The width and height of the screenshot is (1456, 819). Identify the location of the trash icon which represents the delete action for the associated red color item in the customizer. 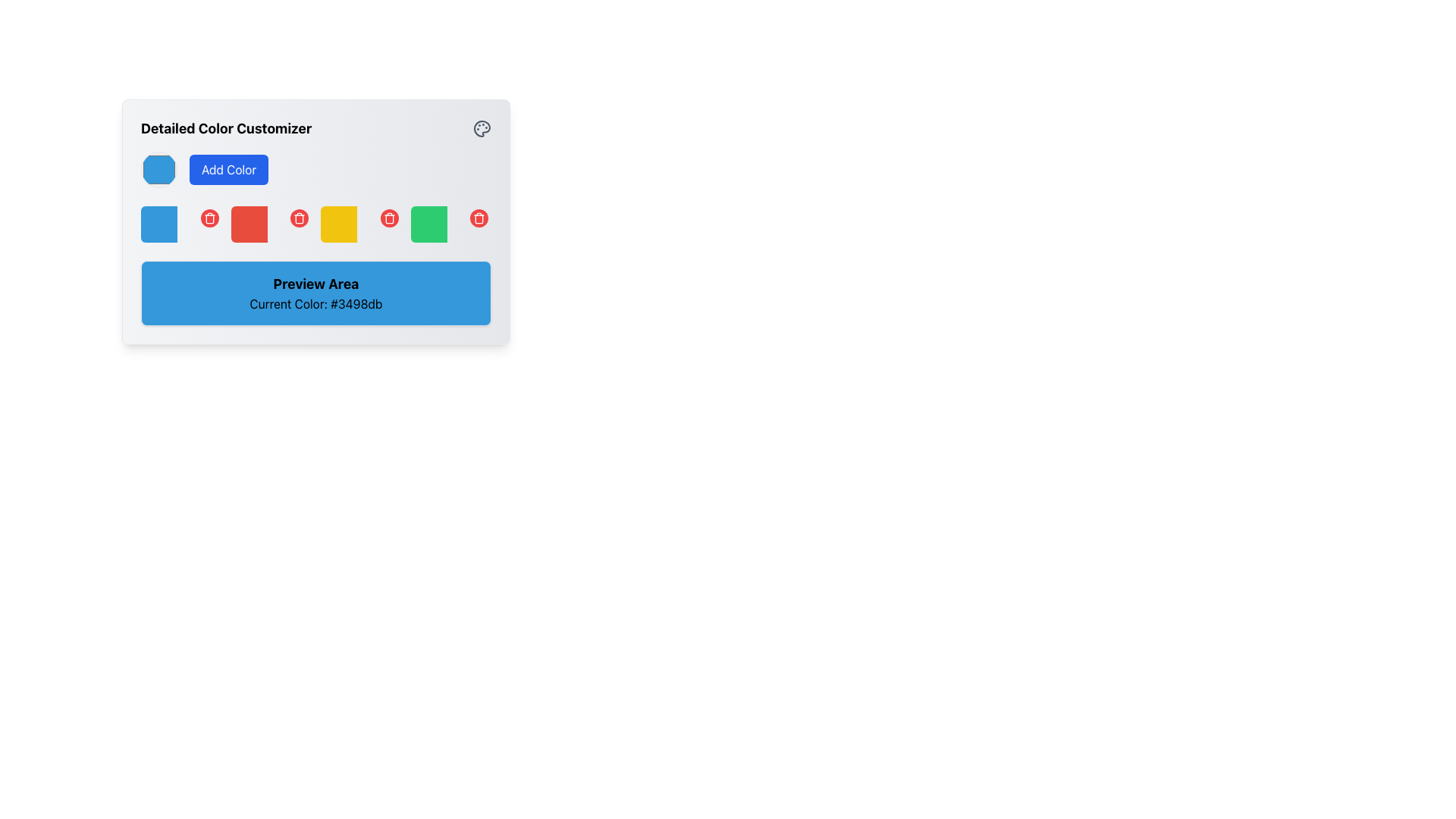
(209, 219).